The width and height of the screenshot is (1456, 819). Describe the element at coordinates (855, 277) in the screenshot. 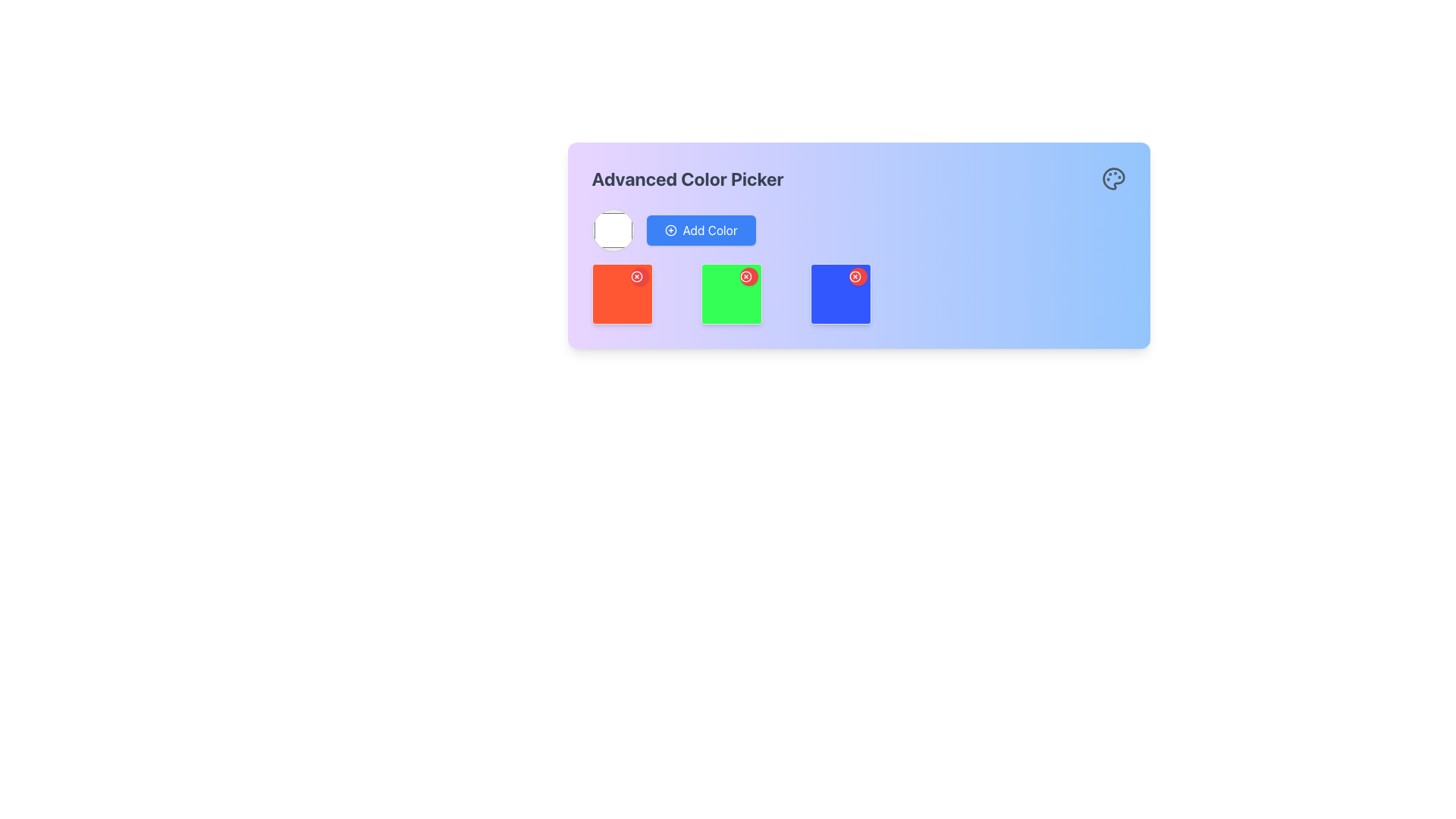

I see `the delete button located at the top right corner of the blue square in the third column of the color picker` at that location.